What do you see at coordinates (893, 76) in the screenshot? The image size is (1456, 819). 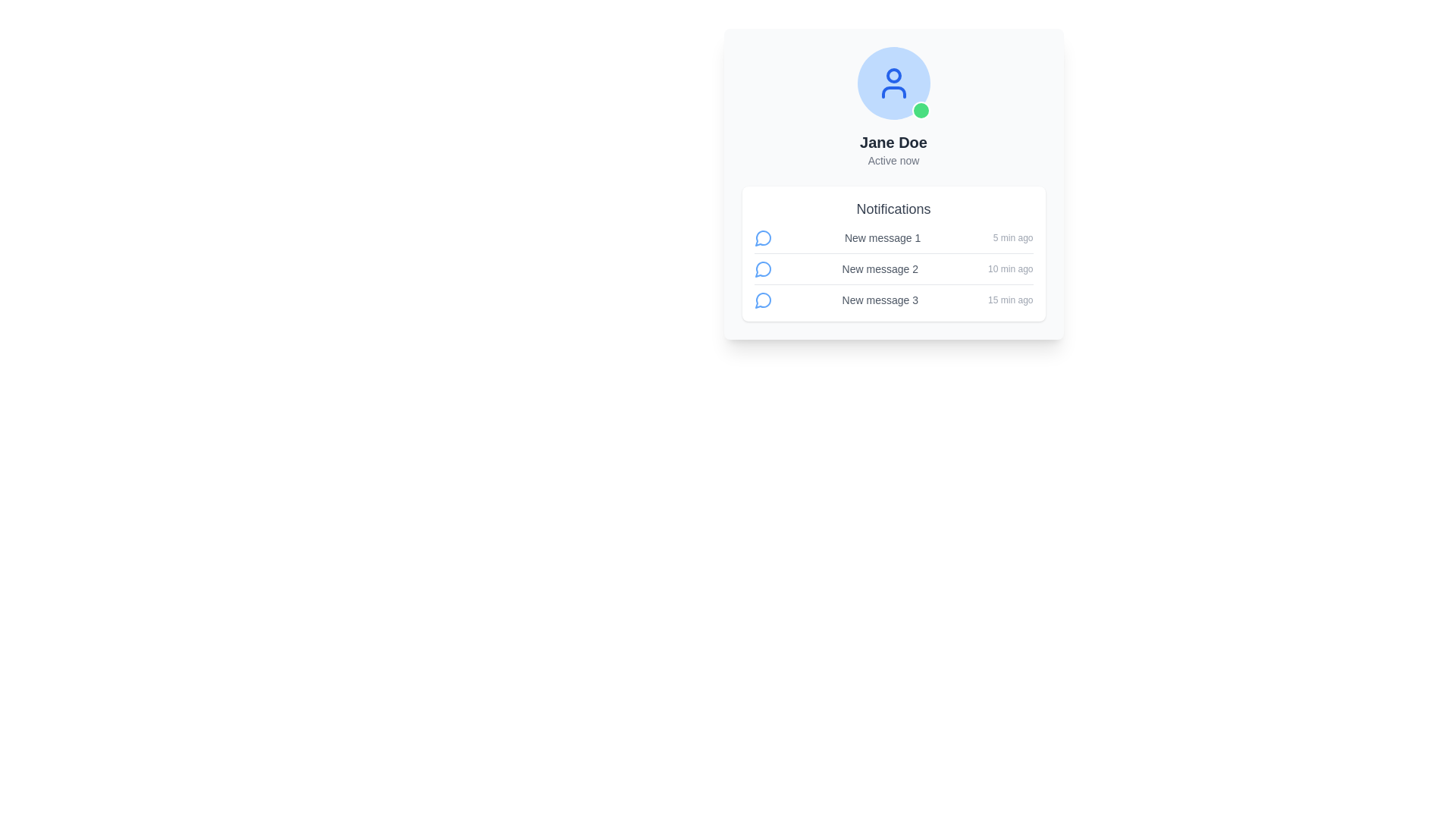 I see `the circular shape within the user icon SVG, which is centered in a blue circular background and positioned at the top of the user card` at bounding box center [893, 76].